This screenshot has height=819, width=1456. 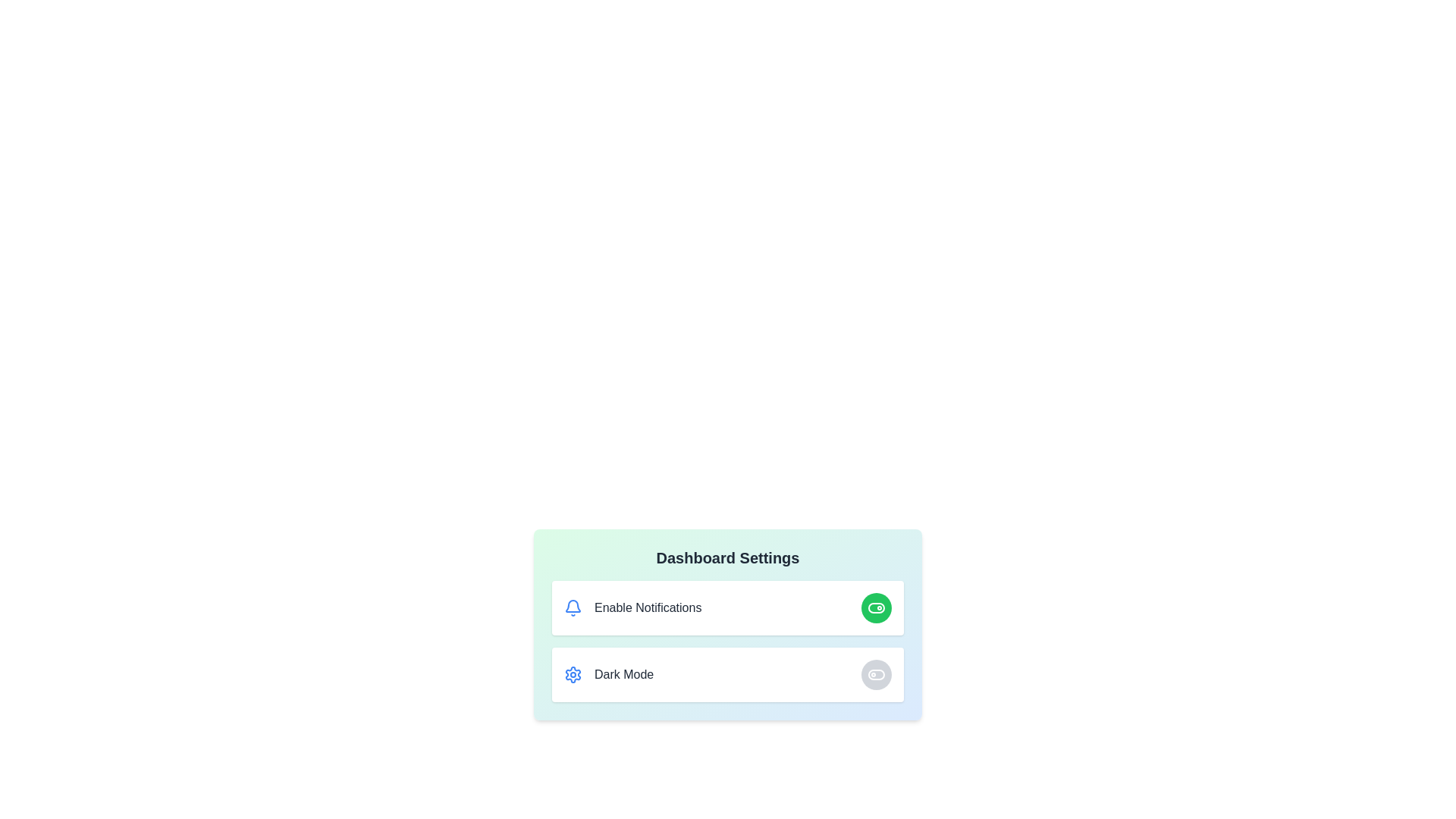 What do you see at coordinates (877, 674) in the screenshot?
I see `the toggle switch for 'Dark Mode' to switch modes` at bounding box center [877, 674].